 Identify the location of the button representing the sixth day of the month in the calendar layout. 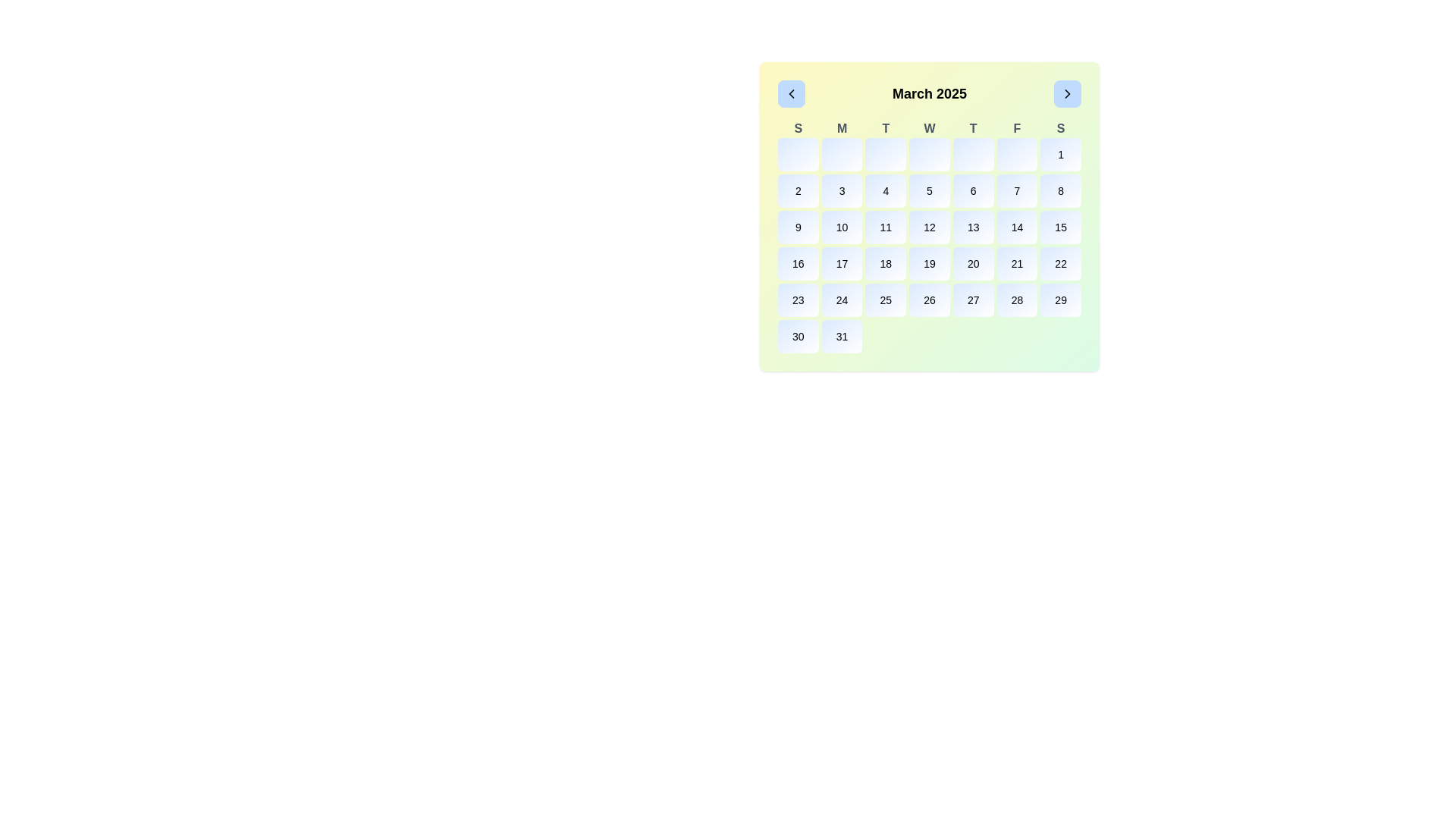
(973, 190).